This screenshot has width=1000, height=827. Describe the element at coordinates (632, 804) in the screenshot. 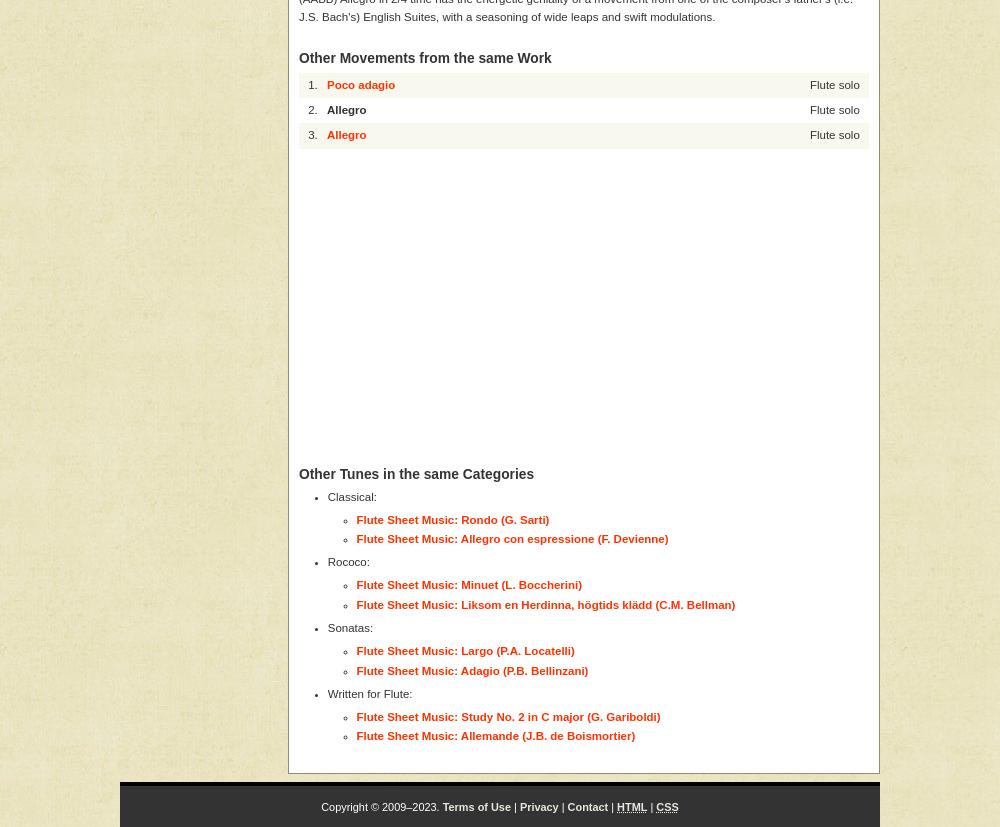

I see `'HTML'` at that location.